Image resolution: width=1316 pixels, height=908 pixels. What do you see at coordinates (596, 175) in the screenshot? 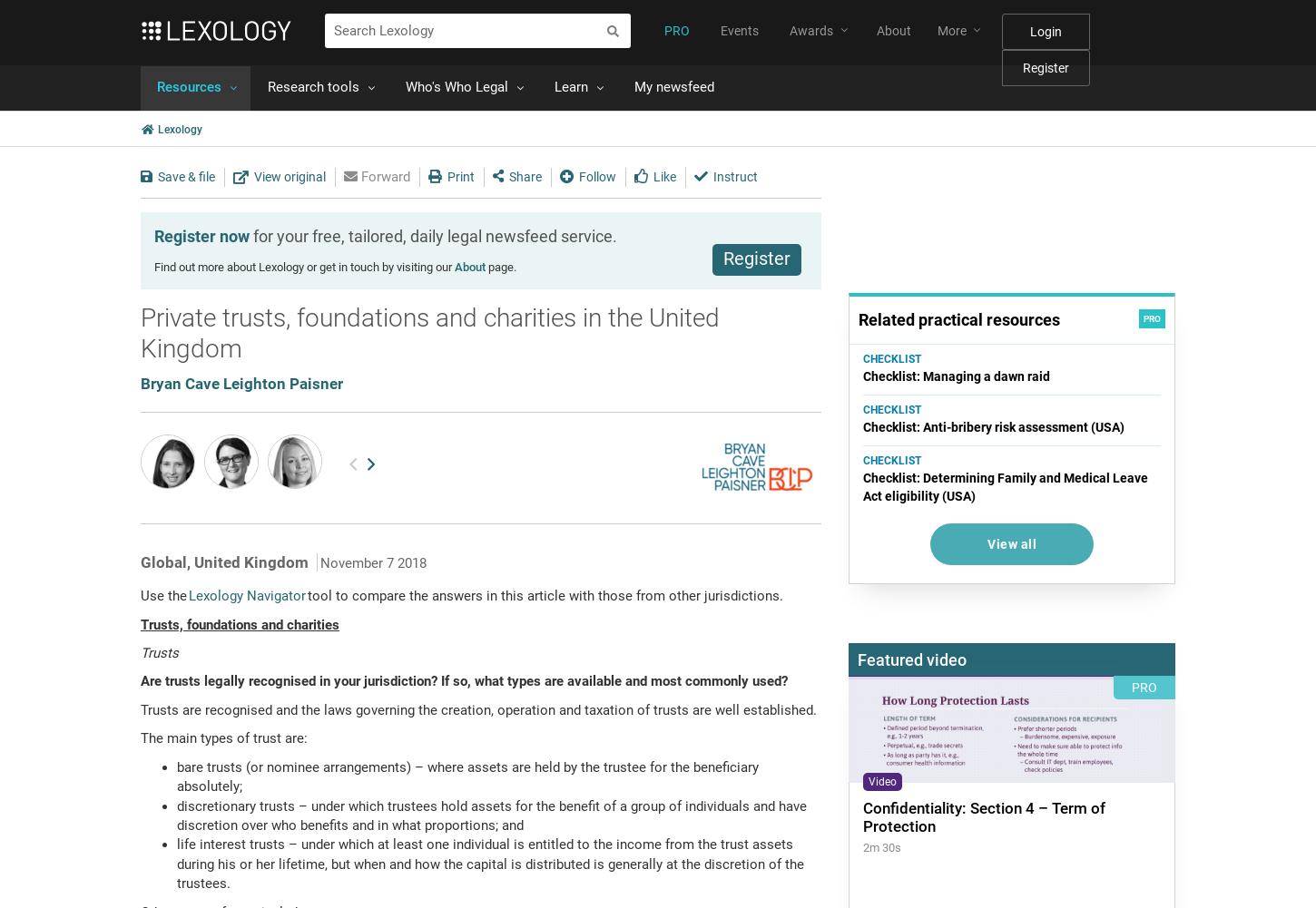
I see `'Follow'` at bounding box center [596, 175].